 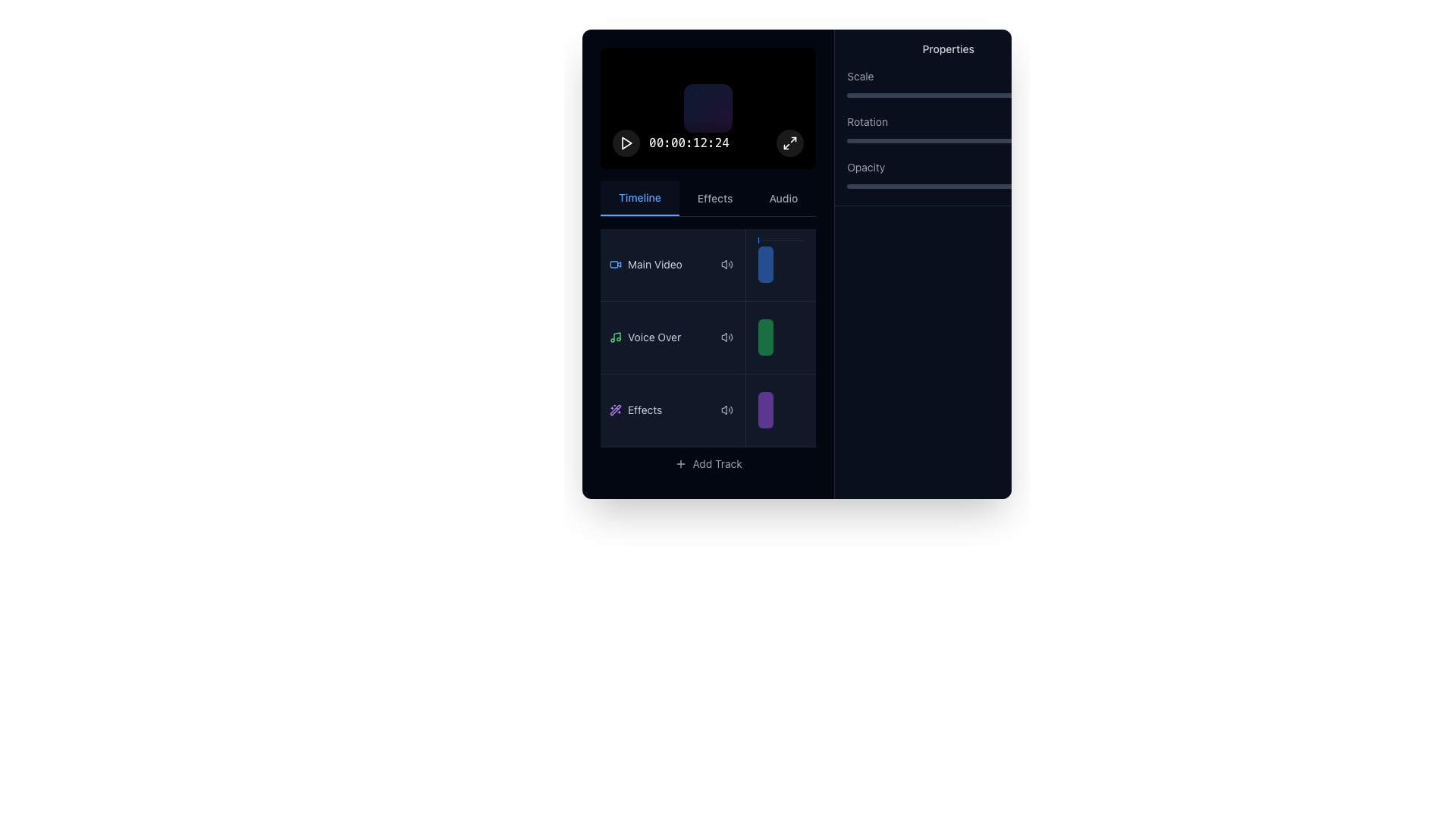 What do you see at coordinates (626, 143) in the screenshot?
I see `the play button, which is the leftmost element in the media control segment` at bounding box center [626, 143].